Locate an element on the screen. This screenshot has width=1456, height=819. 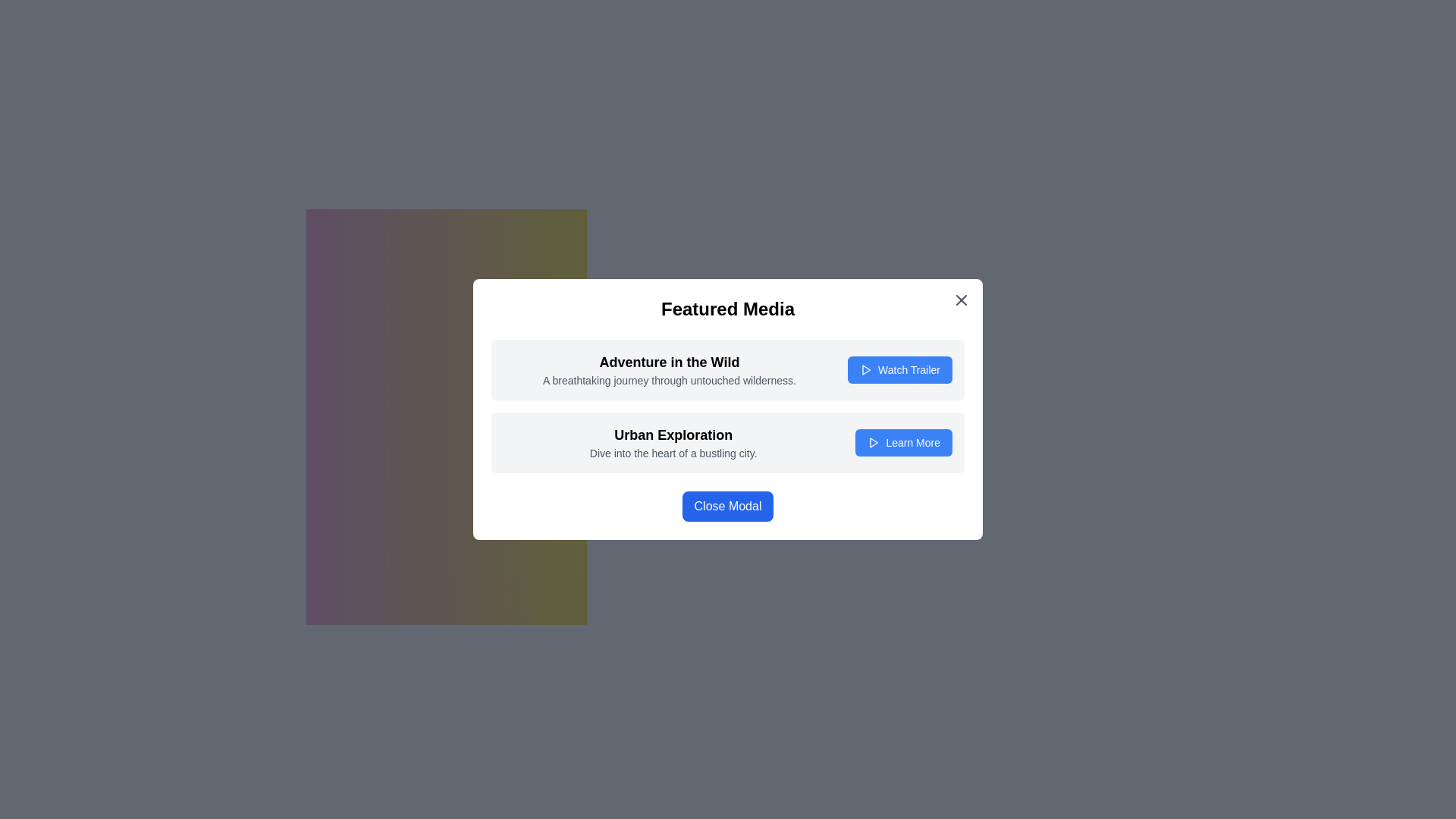
the Text label (Heading) that serves as the title for the modal window, positioned centrally at the topmost section of the modal is located at coordinates (728, 309).